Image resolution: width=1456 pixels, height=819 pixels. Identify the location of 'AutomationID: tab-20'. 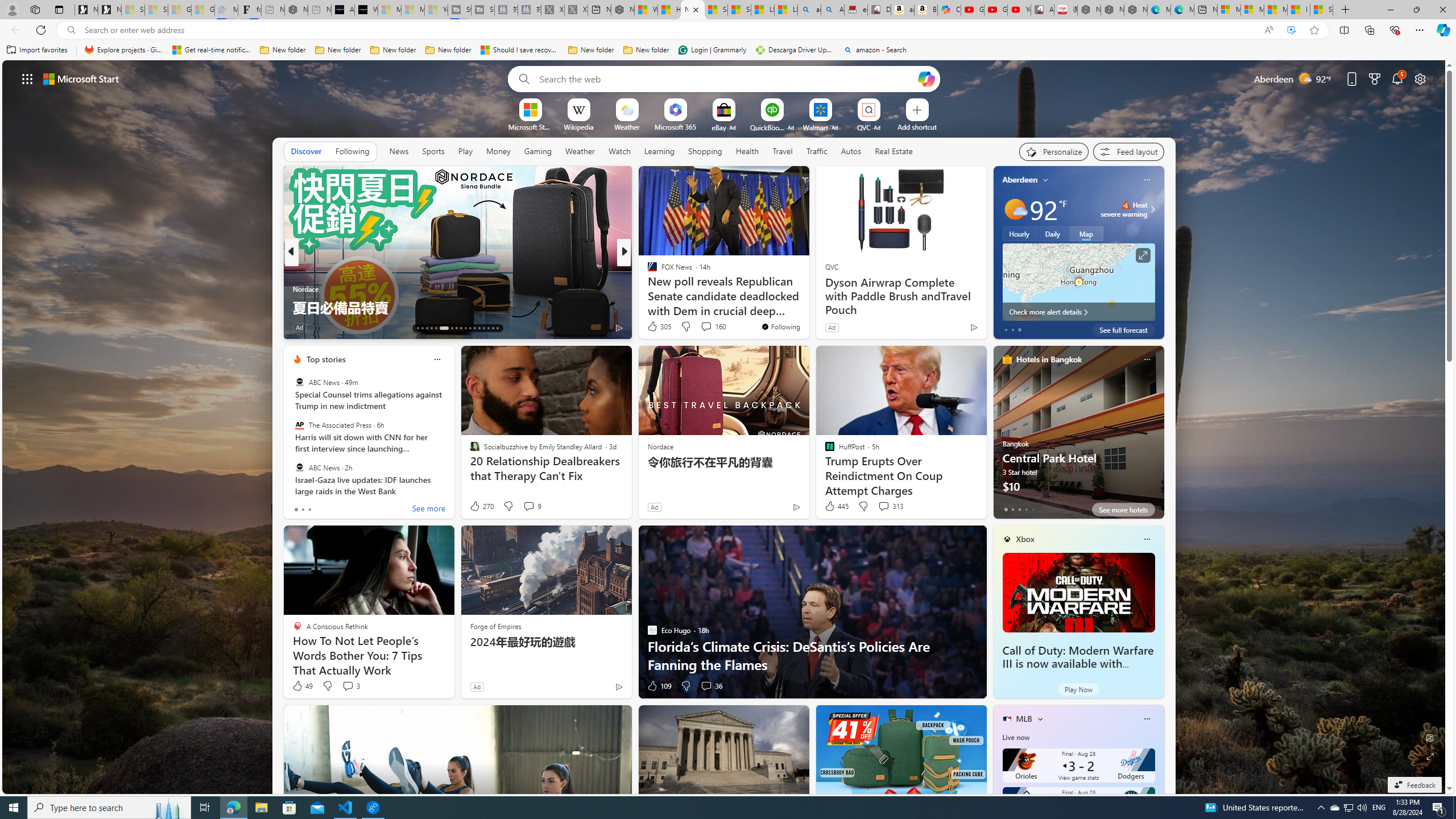
(456, 328).